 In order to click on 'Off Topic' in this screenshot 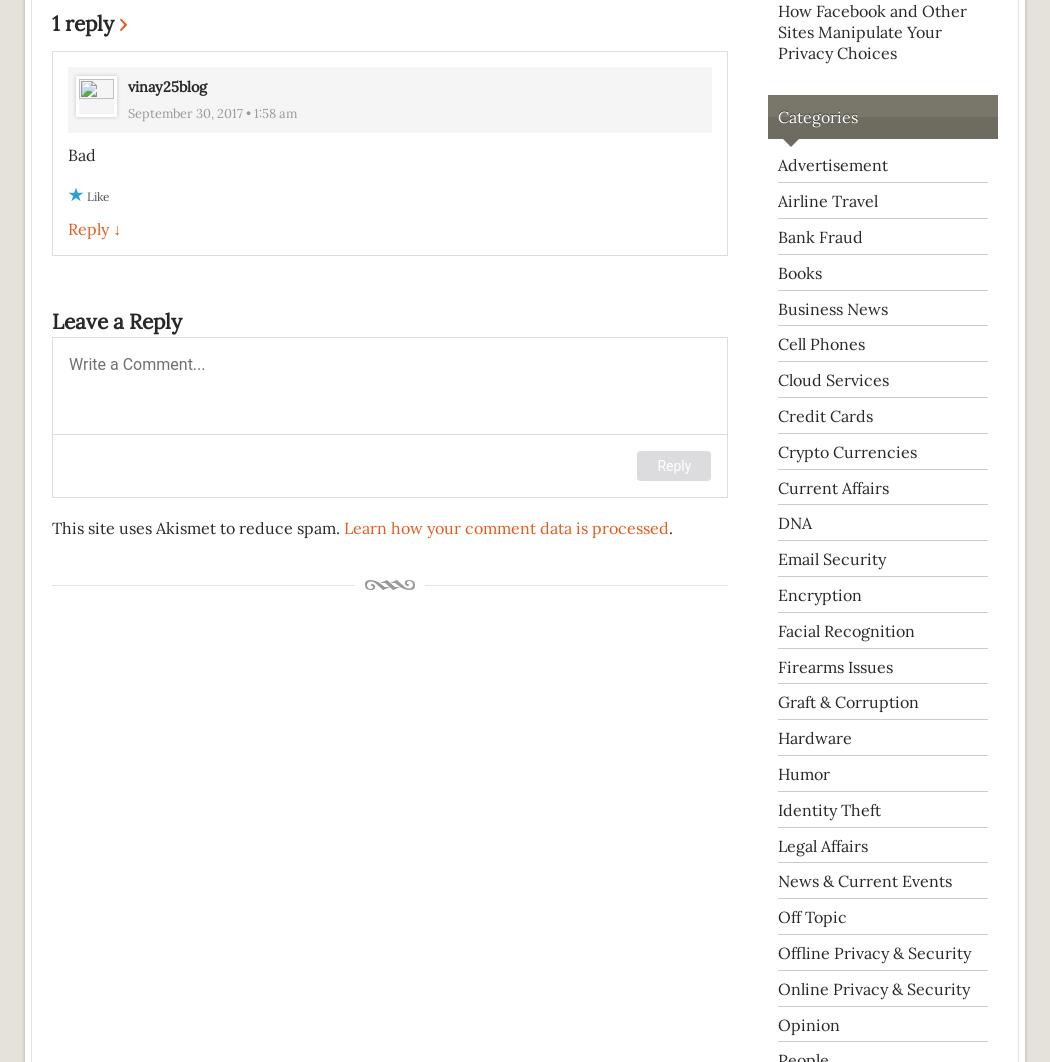, I will do `click(778, 916)`.